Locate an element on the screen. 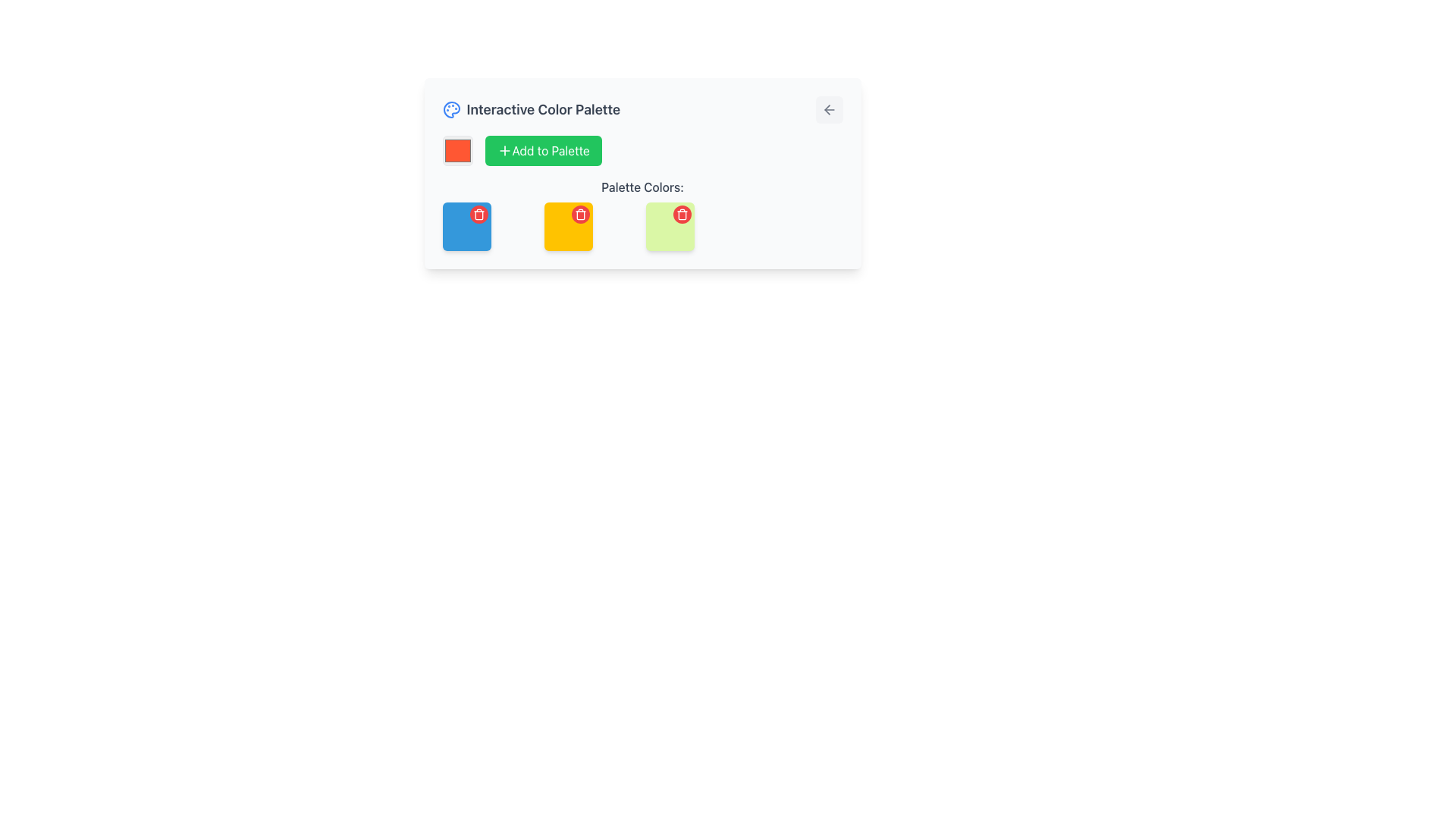  the leftward arrow icon located in the upper-right corner of the interface, which has a gray color and minimalistic design is located at coordinates (828, 109).